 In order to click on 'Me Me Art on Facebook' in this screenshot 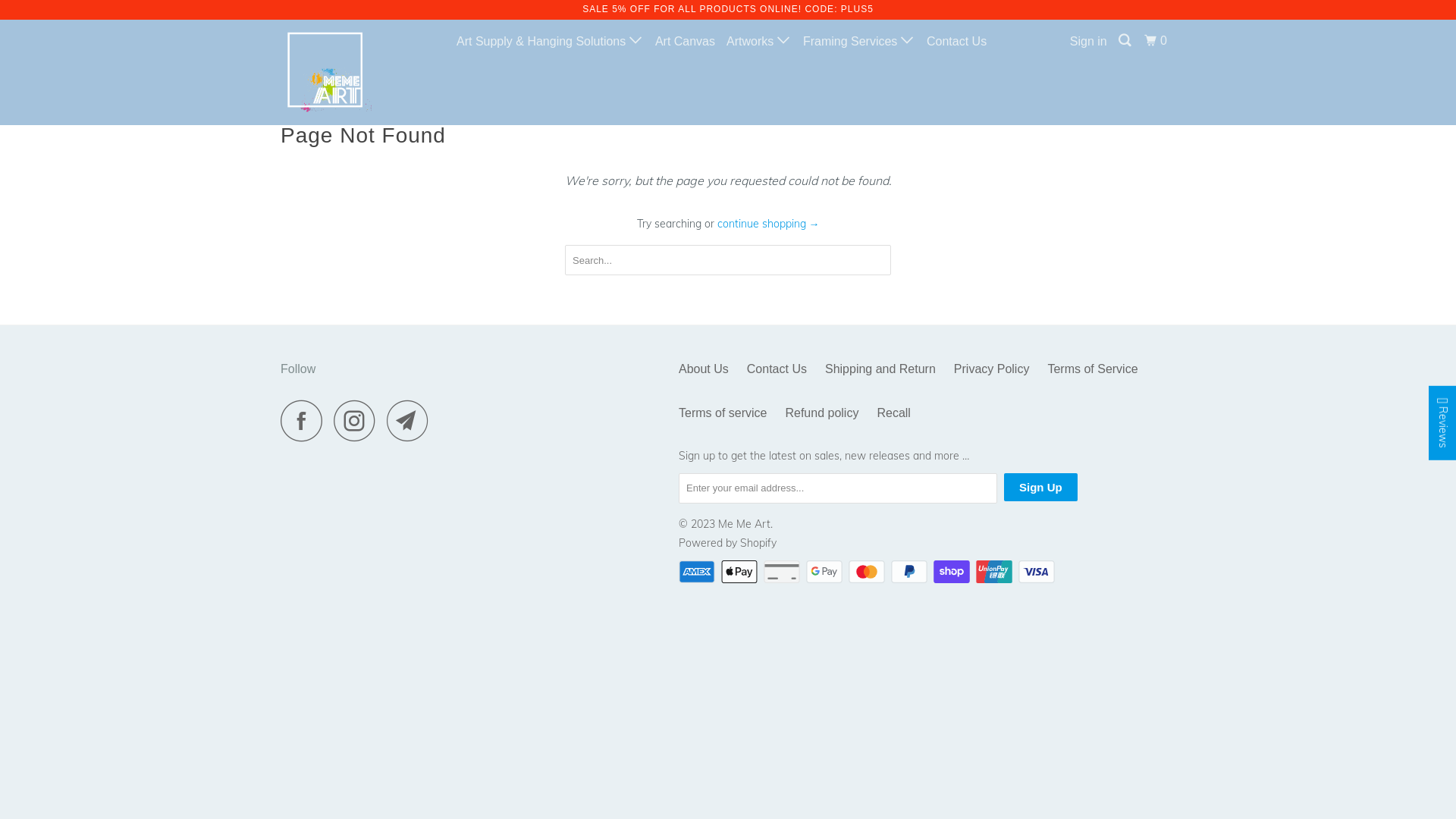, I will do `click(280, 420)`.